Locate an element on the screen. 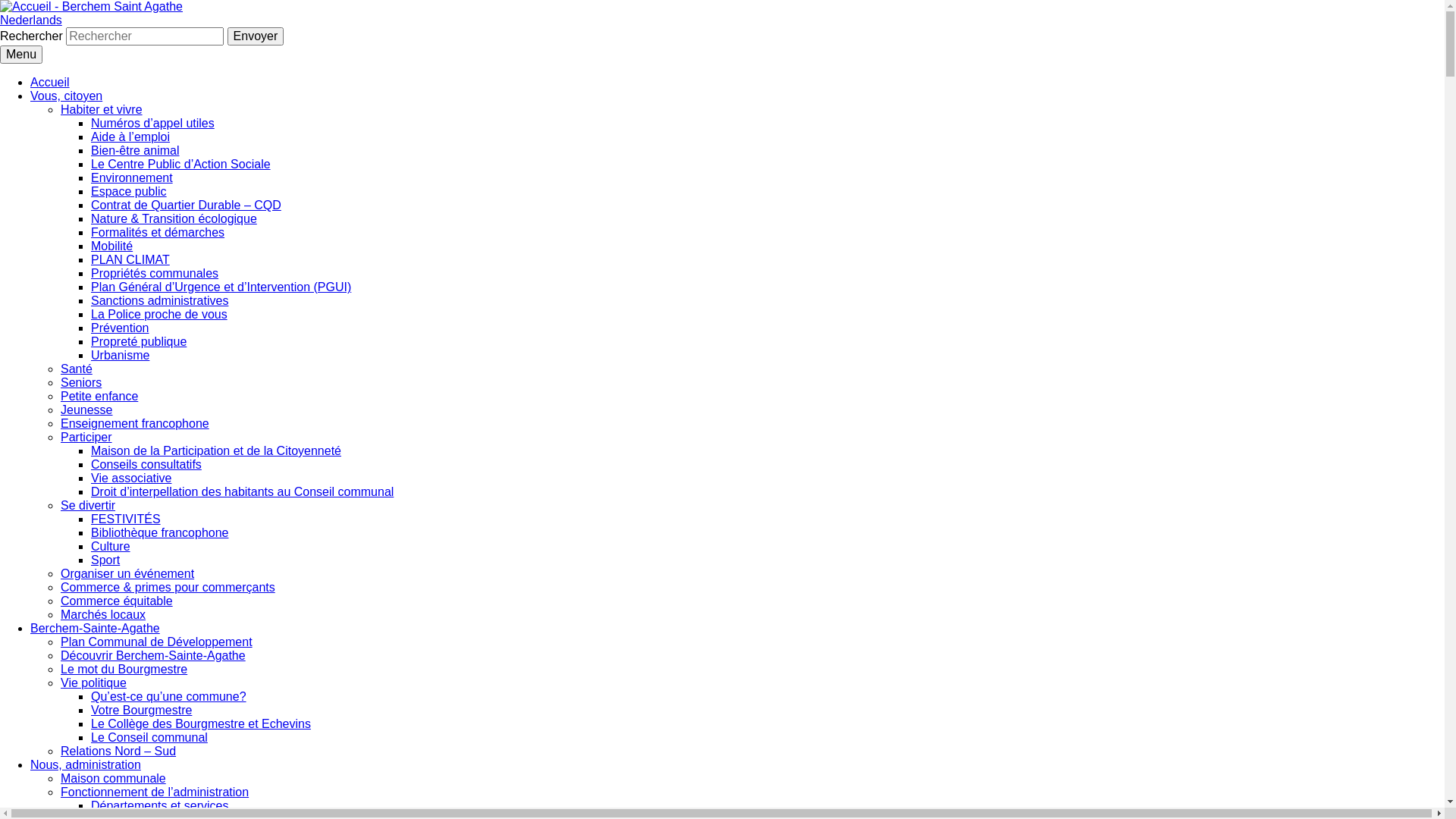 The image size is (1456, 819). 'Vous, citoyen' is located at coordinates (65, 96).